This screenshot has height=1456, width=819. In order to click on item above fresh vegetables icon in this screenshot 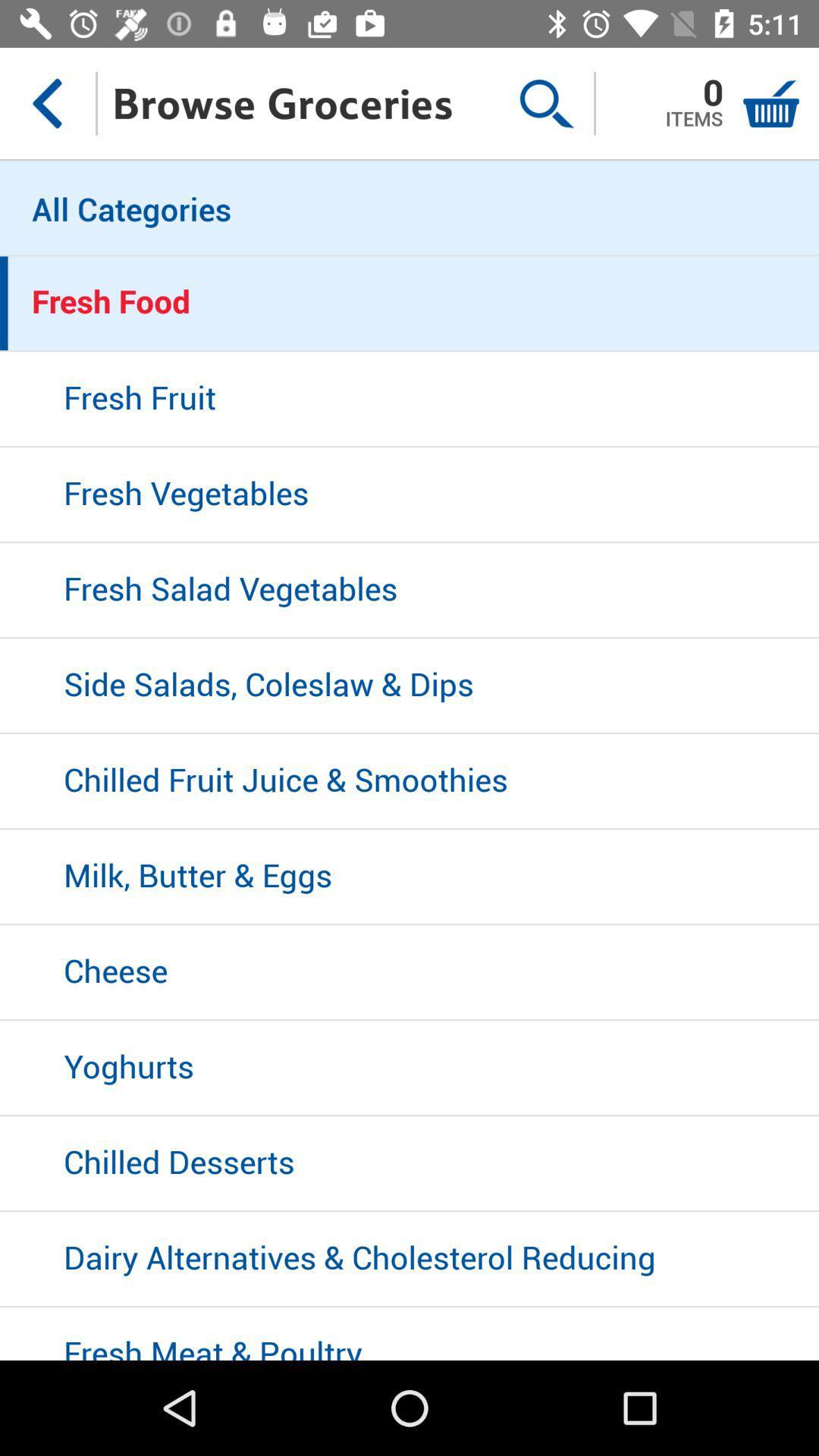, I will do `click(409, 400)`.